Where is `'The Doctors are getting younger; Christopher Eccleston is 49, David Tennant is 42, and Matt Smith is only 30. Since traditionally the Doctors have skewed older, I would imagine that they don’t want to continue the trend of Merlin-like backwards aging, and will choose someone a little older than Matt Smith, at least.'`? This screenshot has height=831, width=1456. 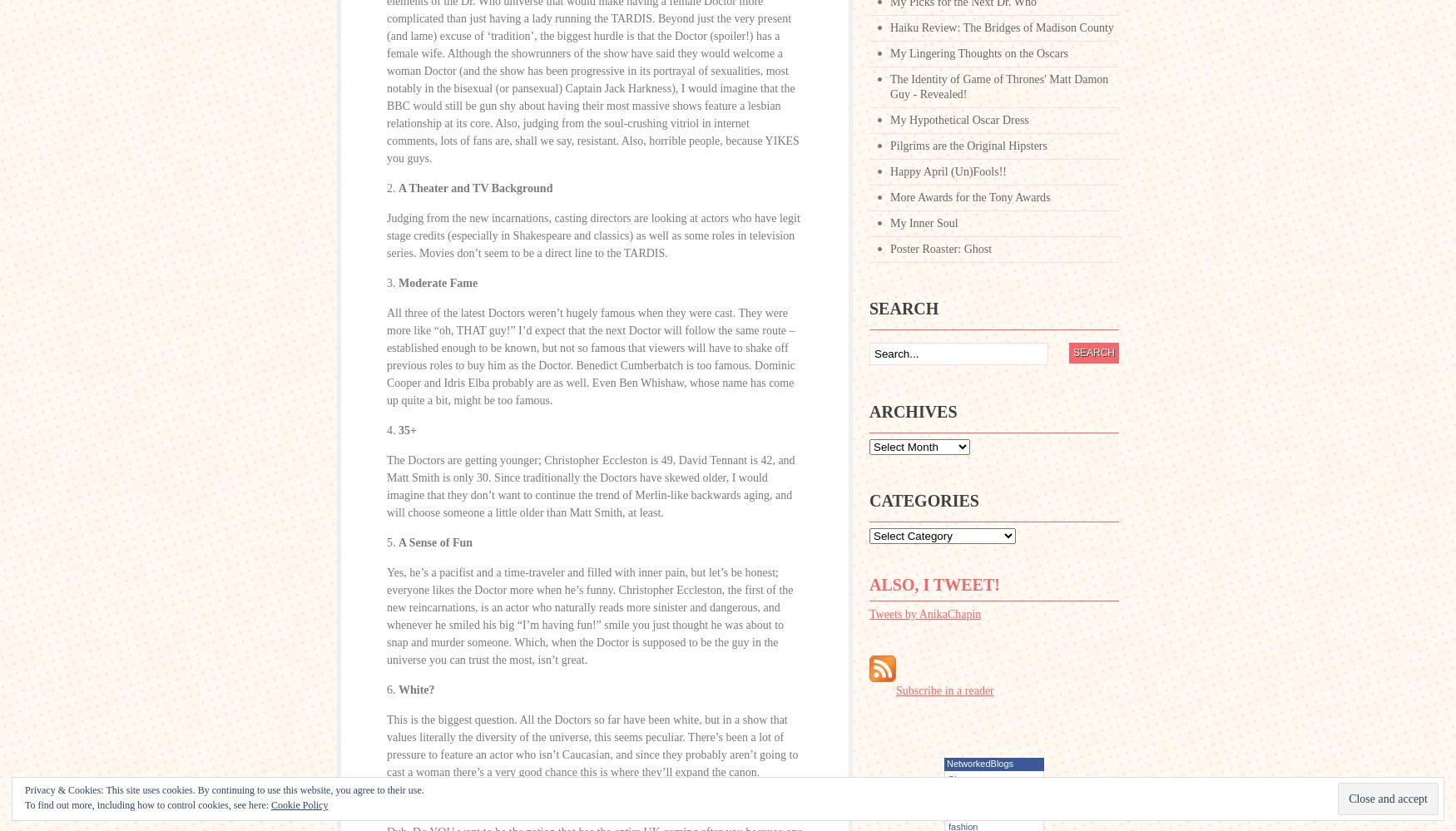
'The Doctors are getting younger; Christopher Eccleston is 49, David Tennant is 42, and Matt Smith is only 30. Since traditionally the Doctors have skewed older, I would imagine that they don’t want to continue the trend of Merlin-like backwards aging, and will choose someone a little older than Matt Smith, at least.' is located at coordinates (590, 487).